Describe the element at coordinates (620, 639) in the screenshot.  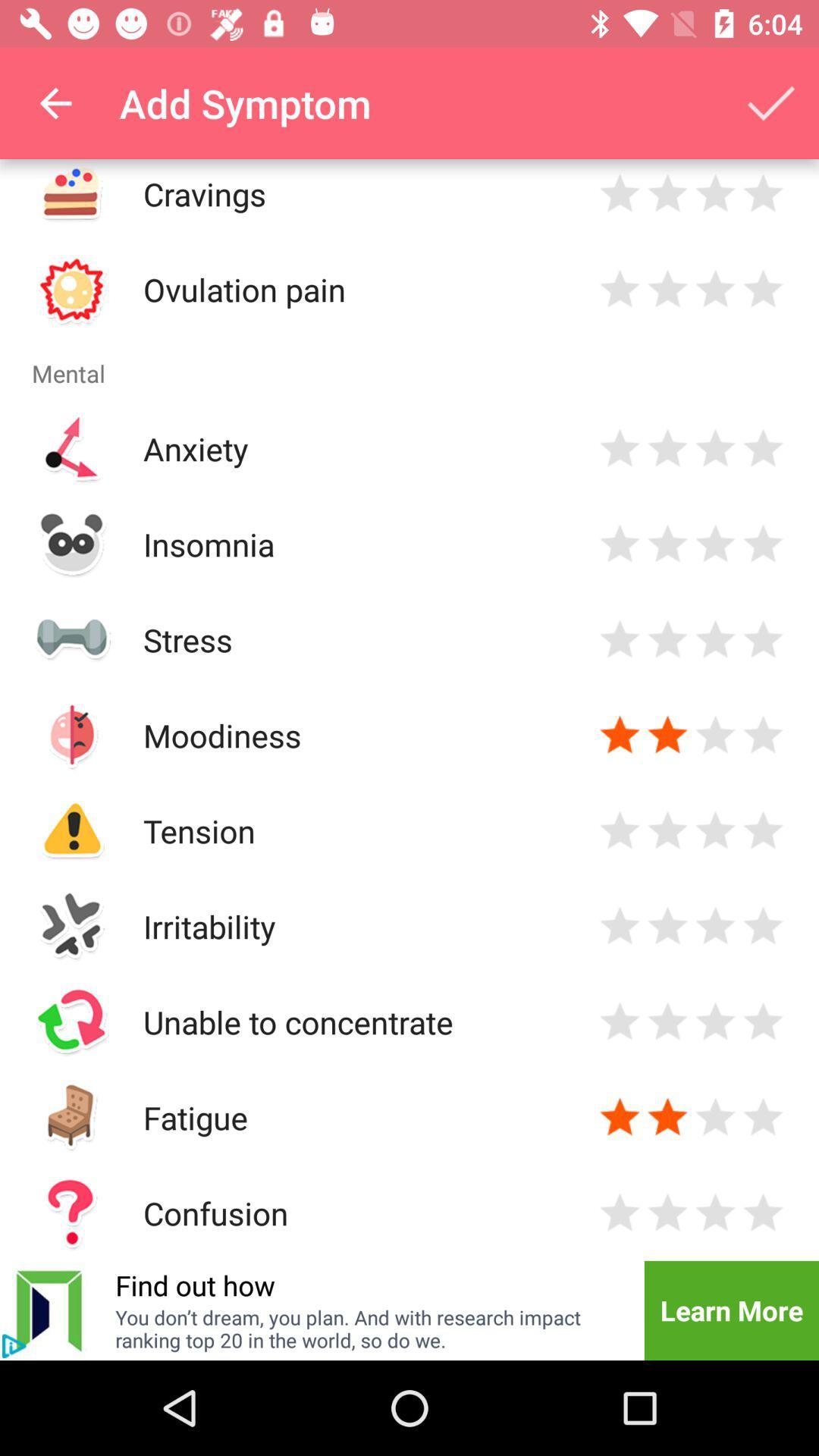
I see `rate 1 star for stress` at that location.